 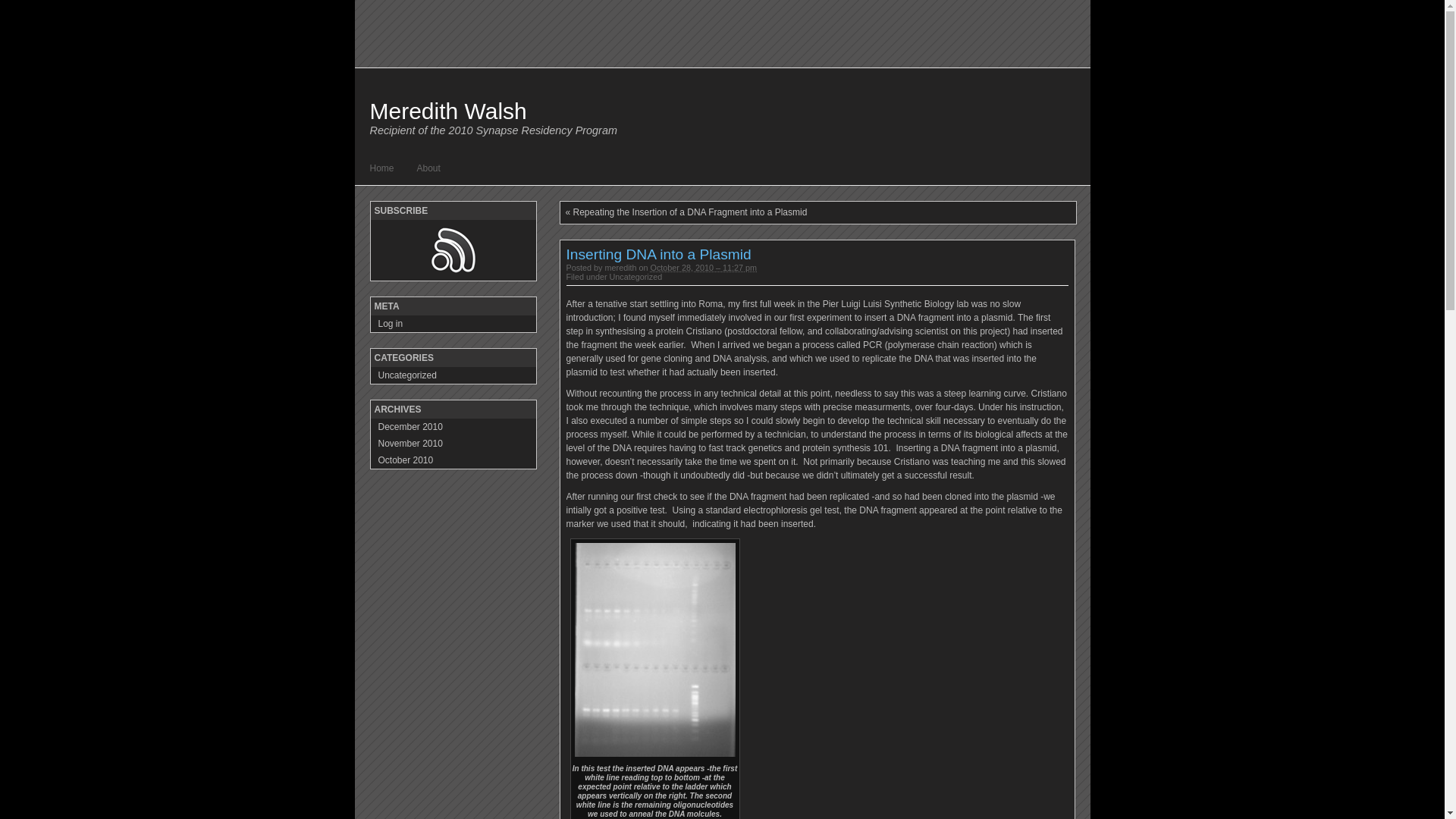 I want to click on 'Home', so click(x=382, y=168).